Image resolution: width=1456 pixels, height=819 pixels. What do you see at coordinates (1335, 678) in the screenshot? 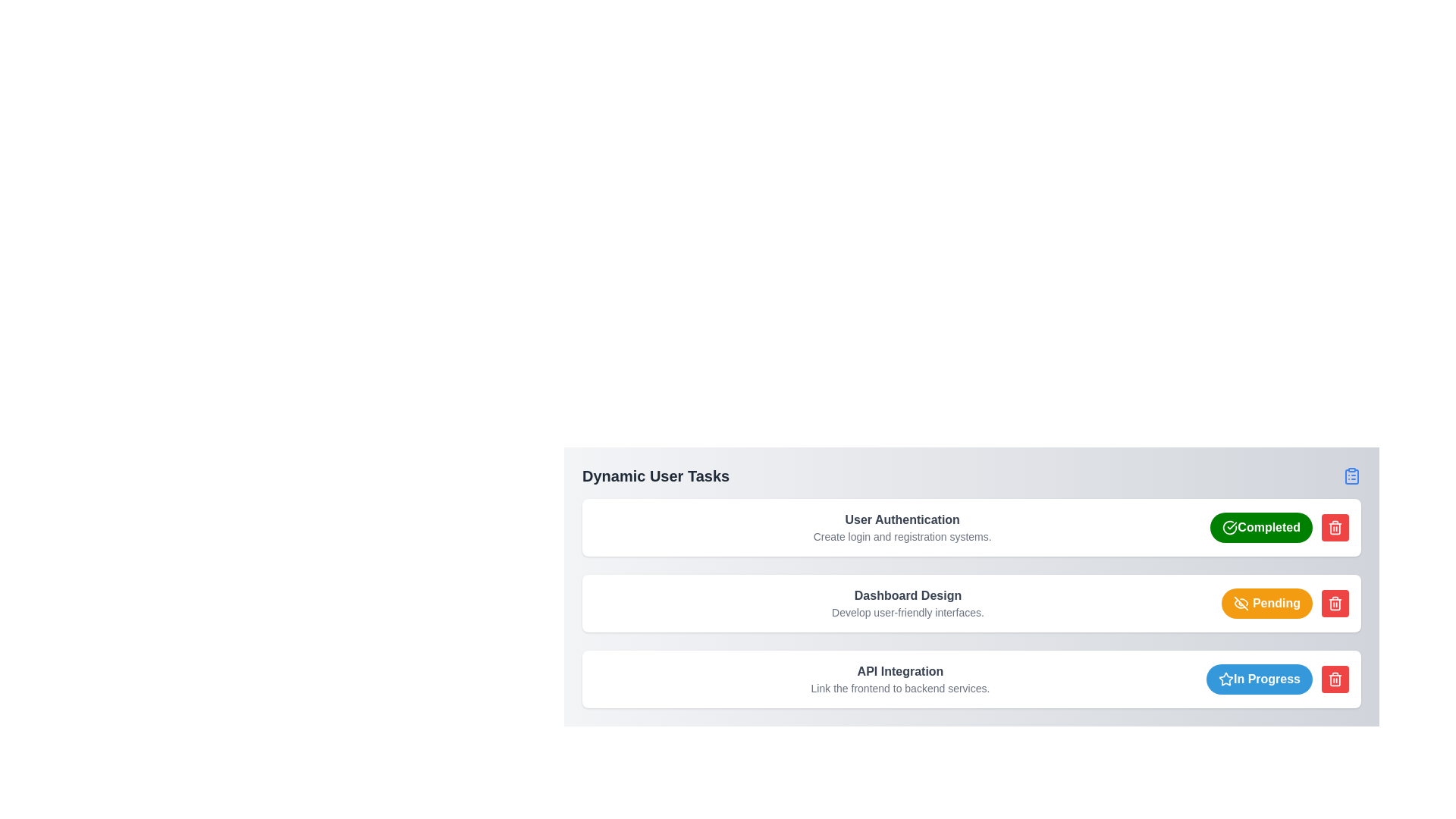
I see `the red button with a trash bin icon, which is the rightmost button in the 'API Integration' row` at bounding box center [1335, 678].